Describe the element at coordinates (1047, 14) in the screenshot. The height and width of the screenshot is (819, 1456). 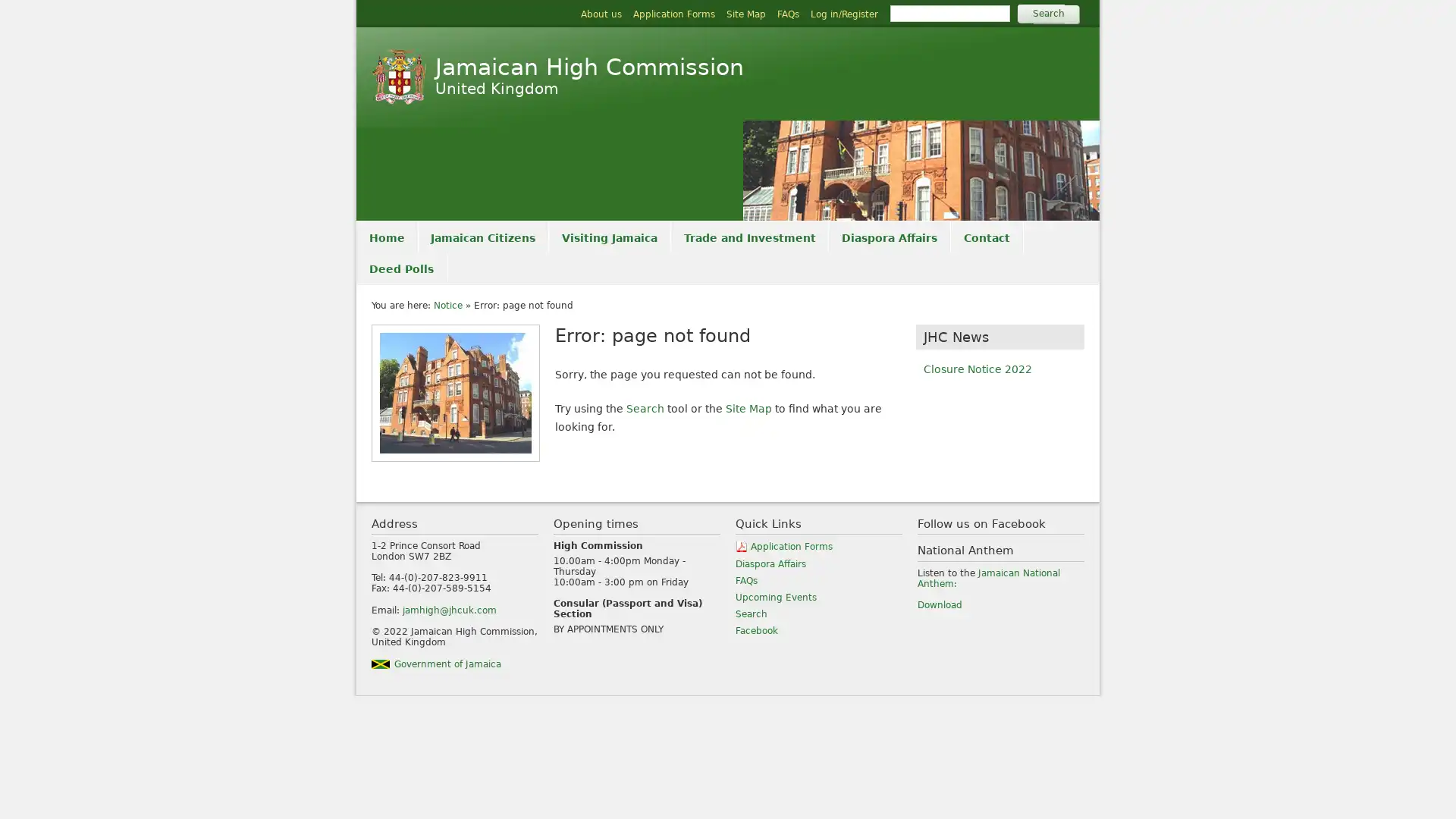
I see `Search` at that location.